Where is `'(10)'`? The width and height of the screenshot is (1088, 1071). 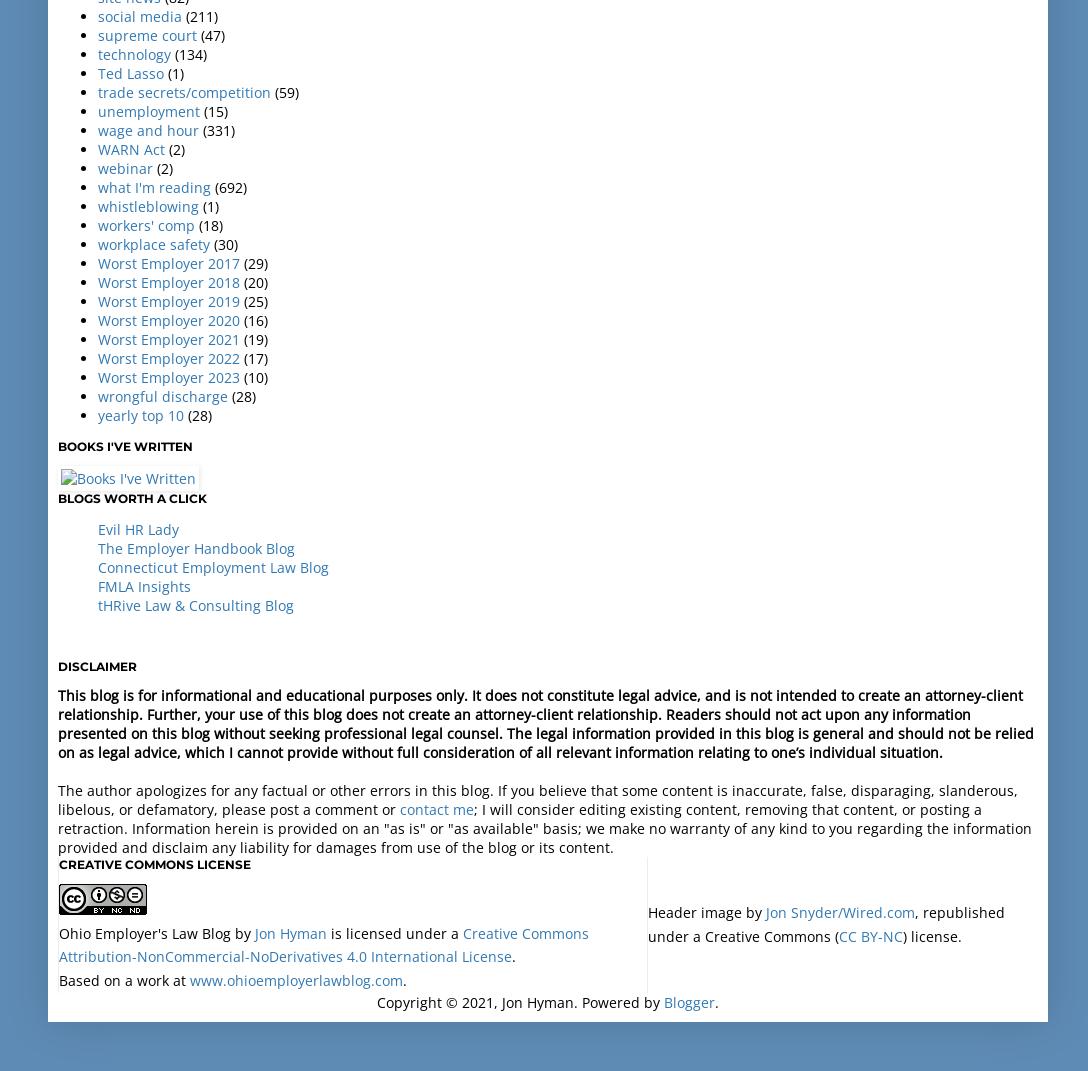
'(10)' is located at coordinates (243, 375).